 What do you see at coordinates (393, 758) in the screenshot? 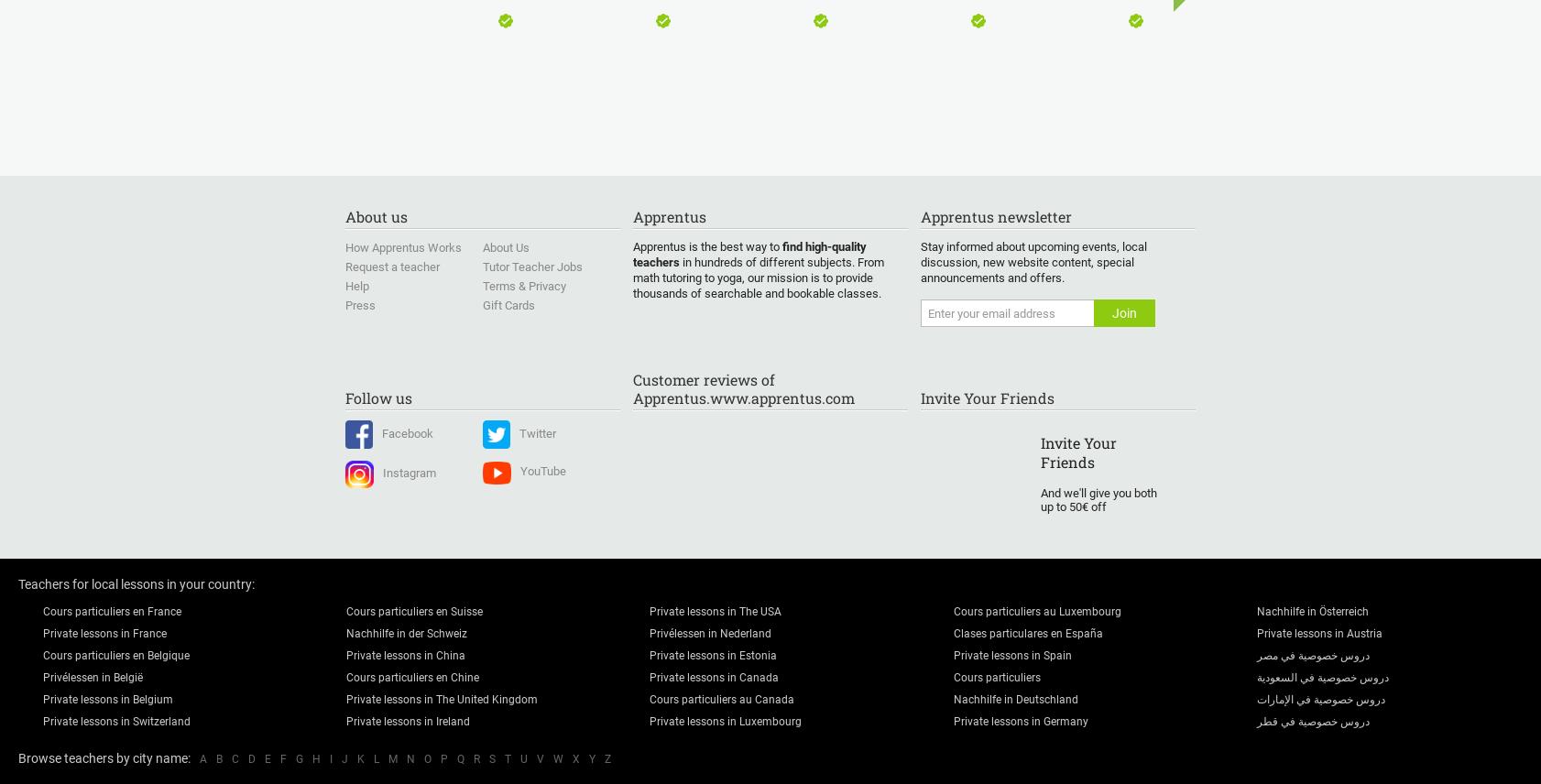
I see `'M'` at bounding box center [393, 758].